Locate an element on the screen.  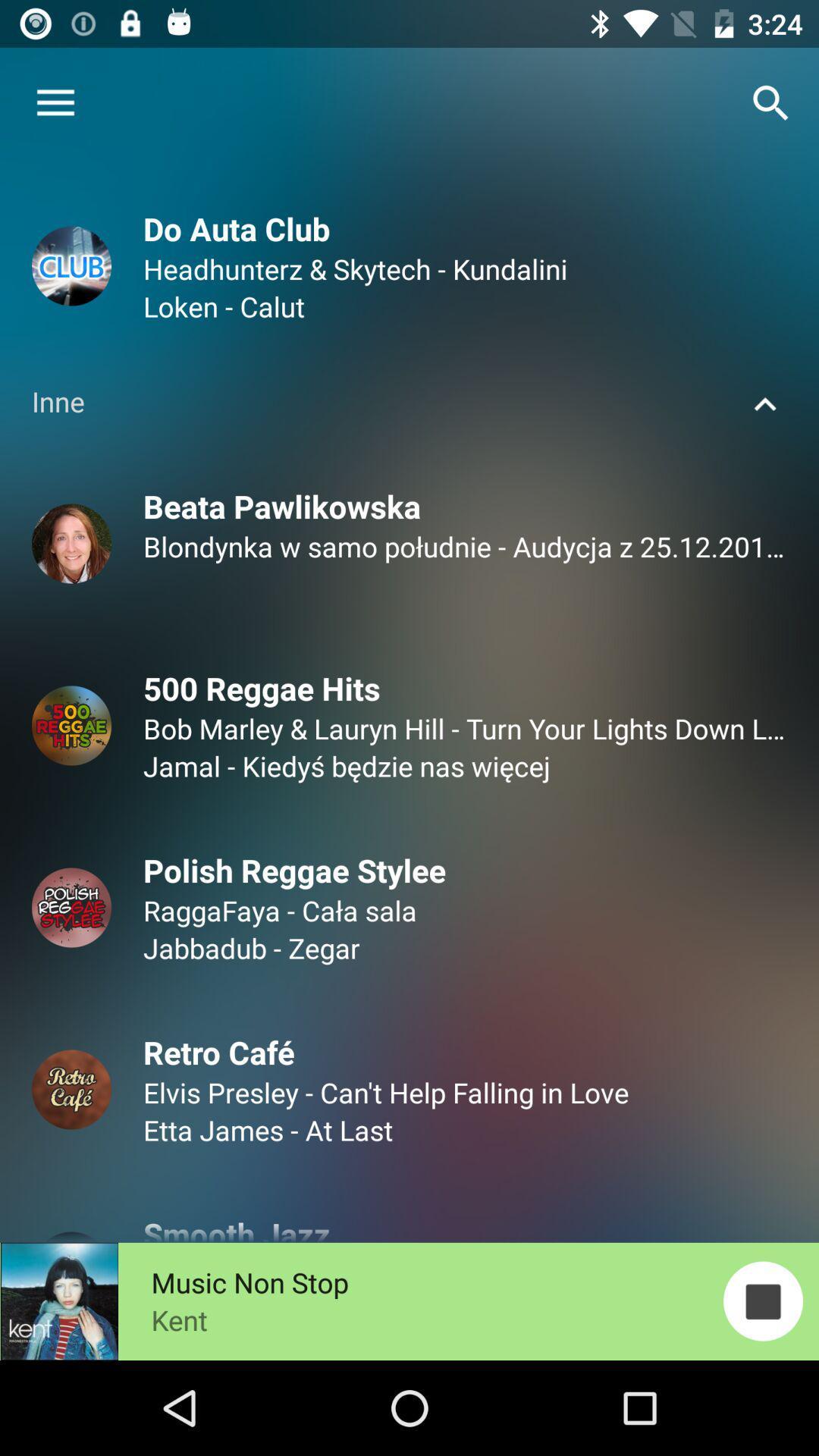
the second option  icon under inne is located at coordinates (71, 725).